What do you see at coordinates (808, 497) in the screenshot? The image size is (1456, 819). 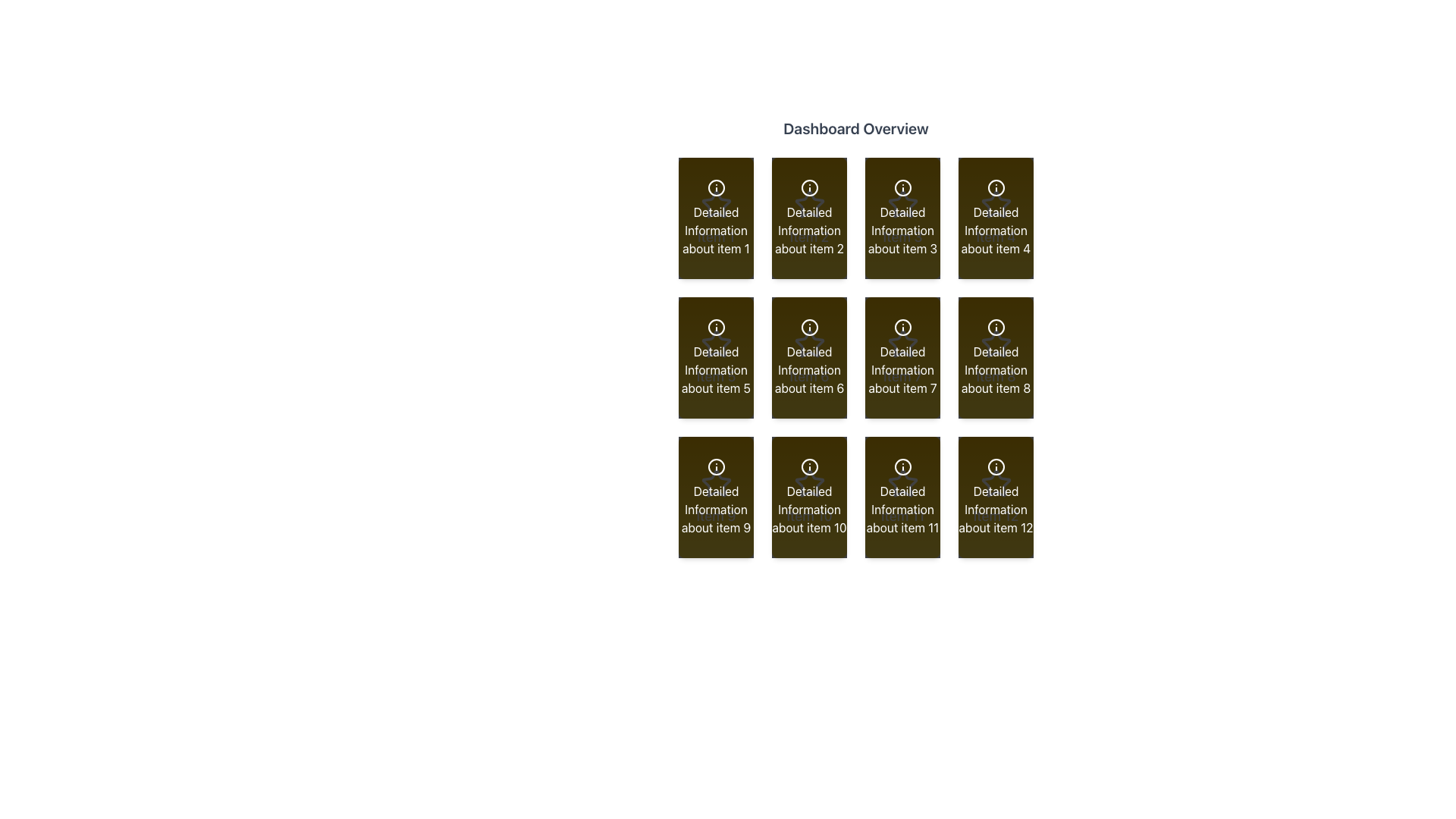 I see `the card representing 'item 10', which is located in the bottom row as the second card in a grid layout` at bounding box center [808, 497].